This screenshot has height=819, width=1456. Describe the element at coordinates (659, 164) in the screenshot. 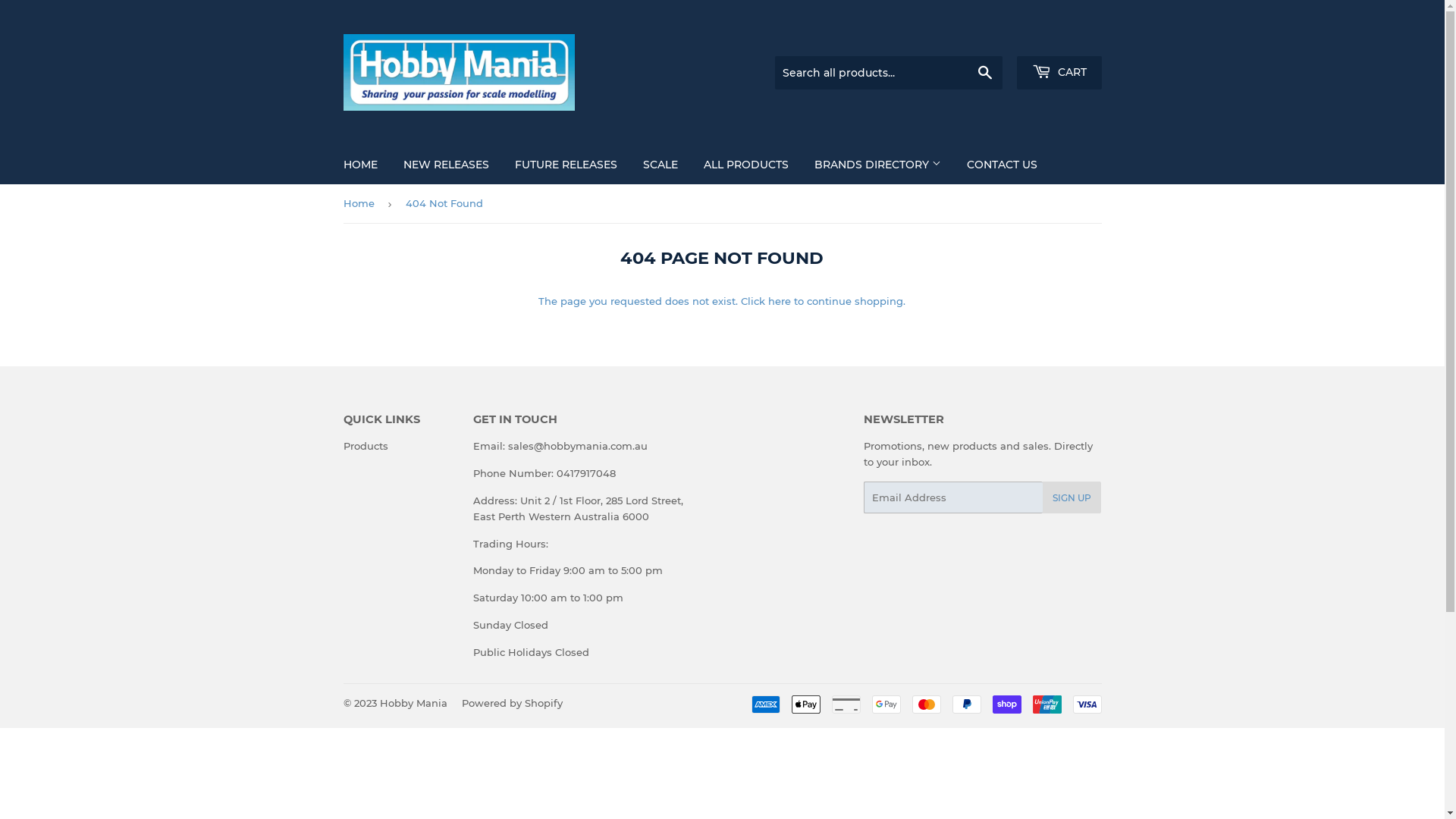

I see `'SCALE'` at that location.